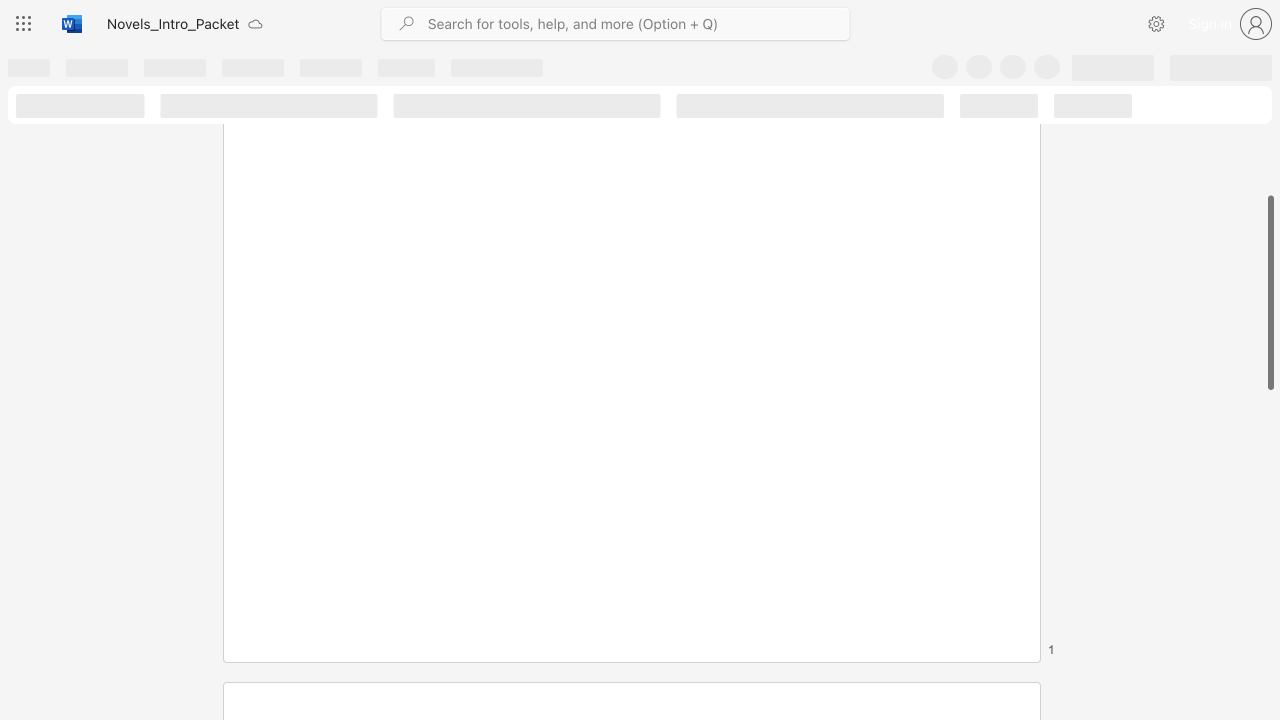  What do you see at coordinates (1269, 293) in the screenshot?
I see `the scrollbar and move down 550 pixels` at bounding box center [1269, 293].